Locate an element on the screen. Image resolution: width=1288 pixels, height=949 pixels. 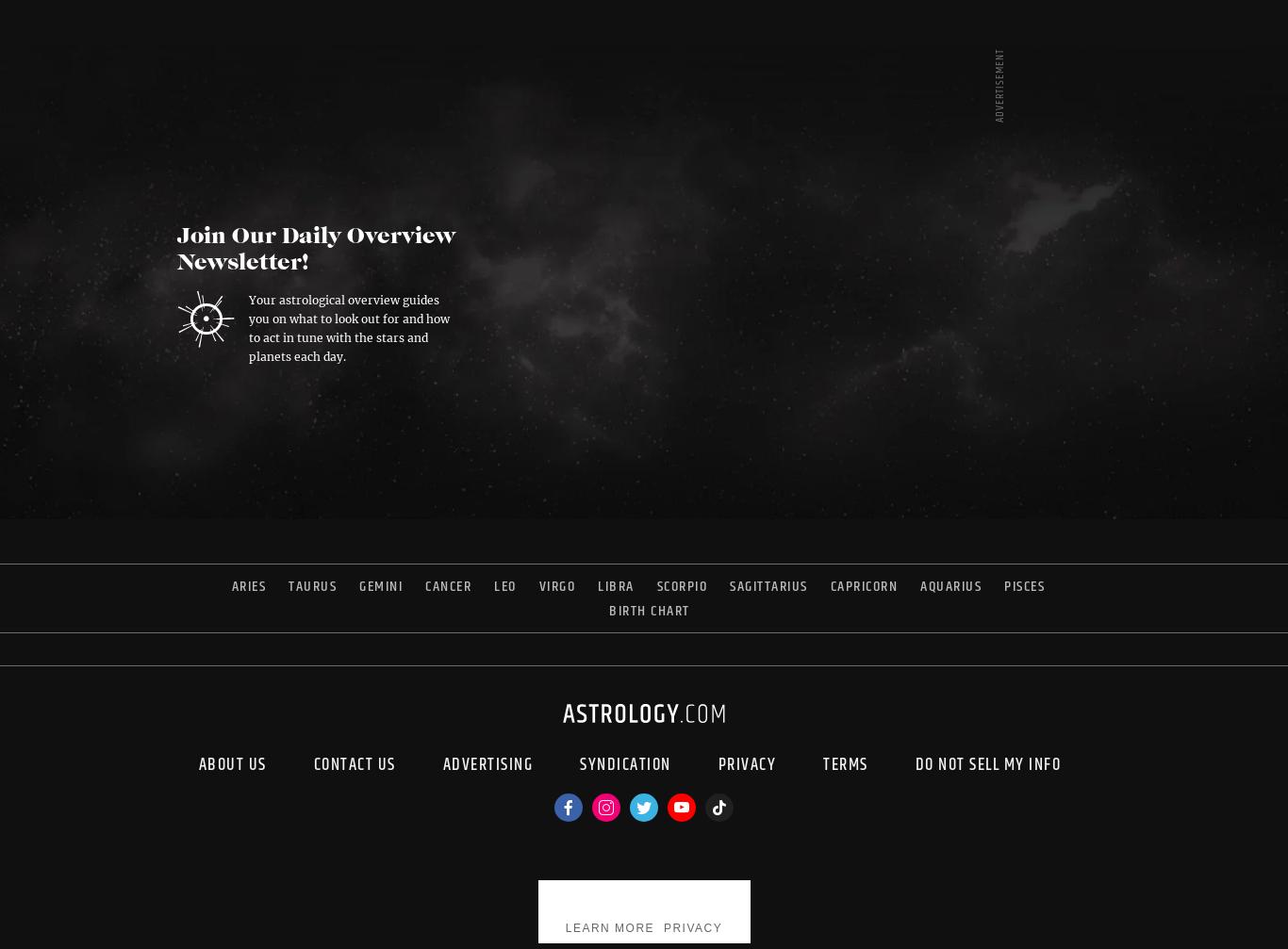
'Scorpio' is located at coordinates (682, 584).